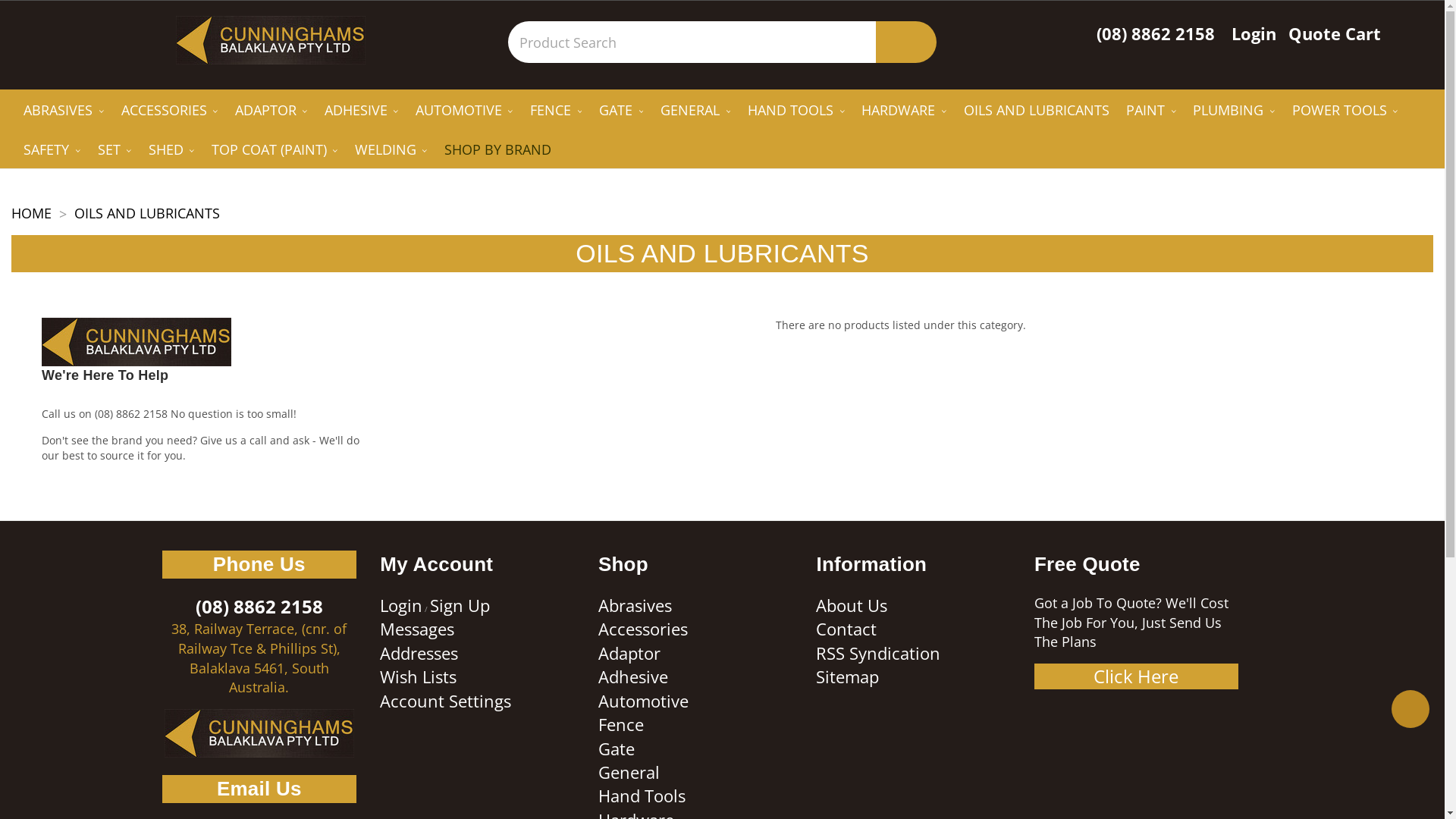 The image size is (1456, 819). What do you see at coordinates (1335, 33) in the screenshot?
I see `'Quote Cart'` at bounding box center [1335, 33].